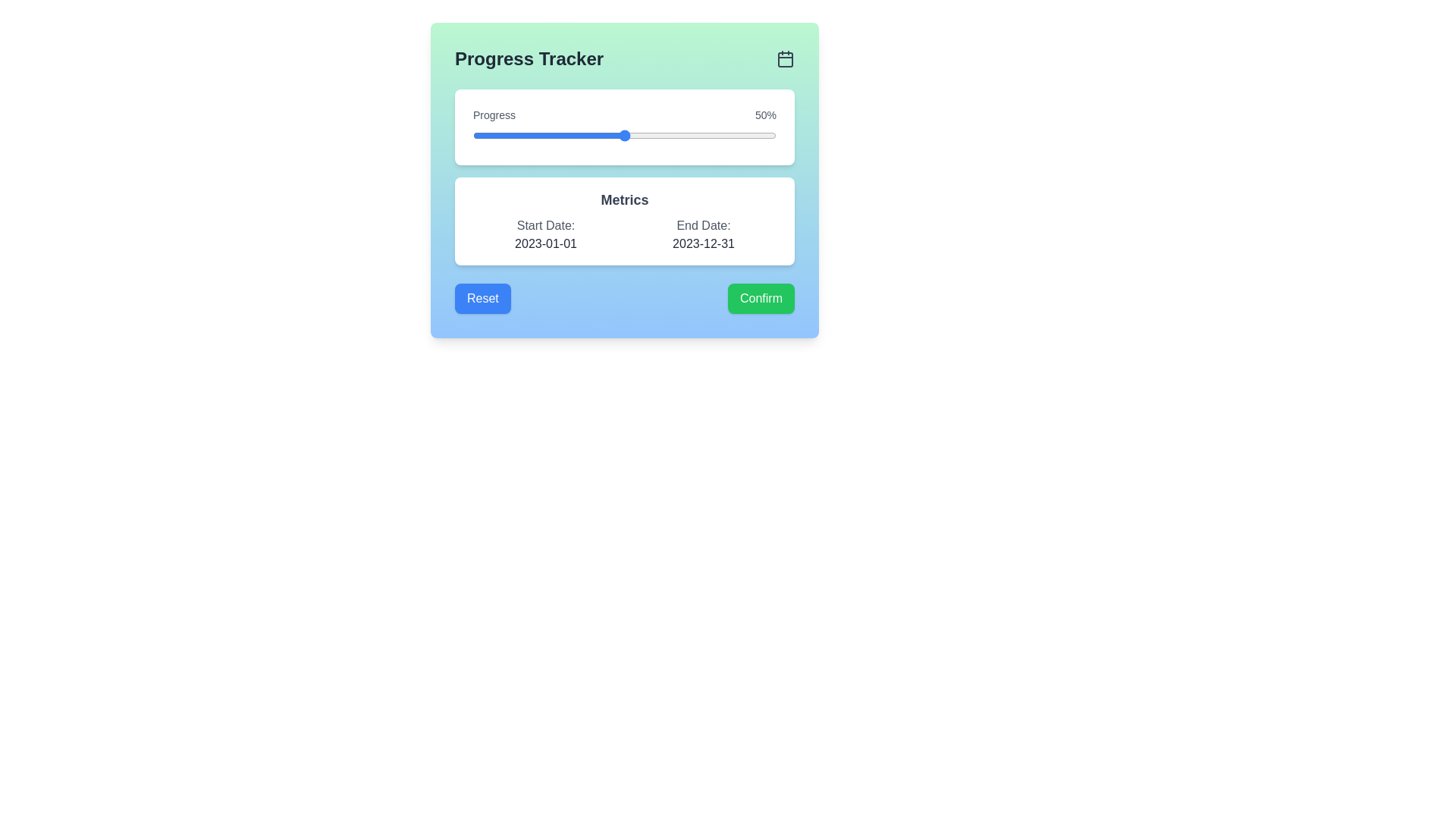  Describe the element at coordinates (765, 114) in the screenshot. I see `the text label displaying '50%' which indicates the progress percentage, located at the far-right end of the progress bar` at that location.